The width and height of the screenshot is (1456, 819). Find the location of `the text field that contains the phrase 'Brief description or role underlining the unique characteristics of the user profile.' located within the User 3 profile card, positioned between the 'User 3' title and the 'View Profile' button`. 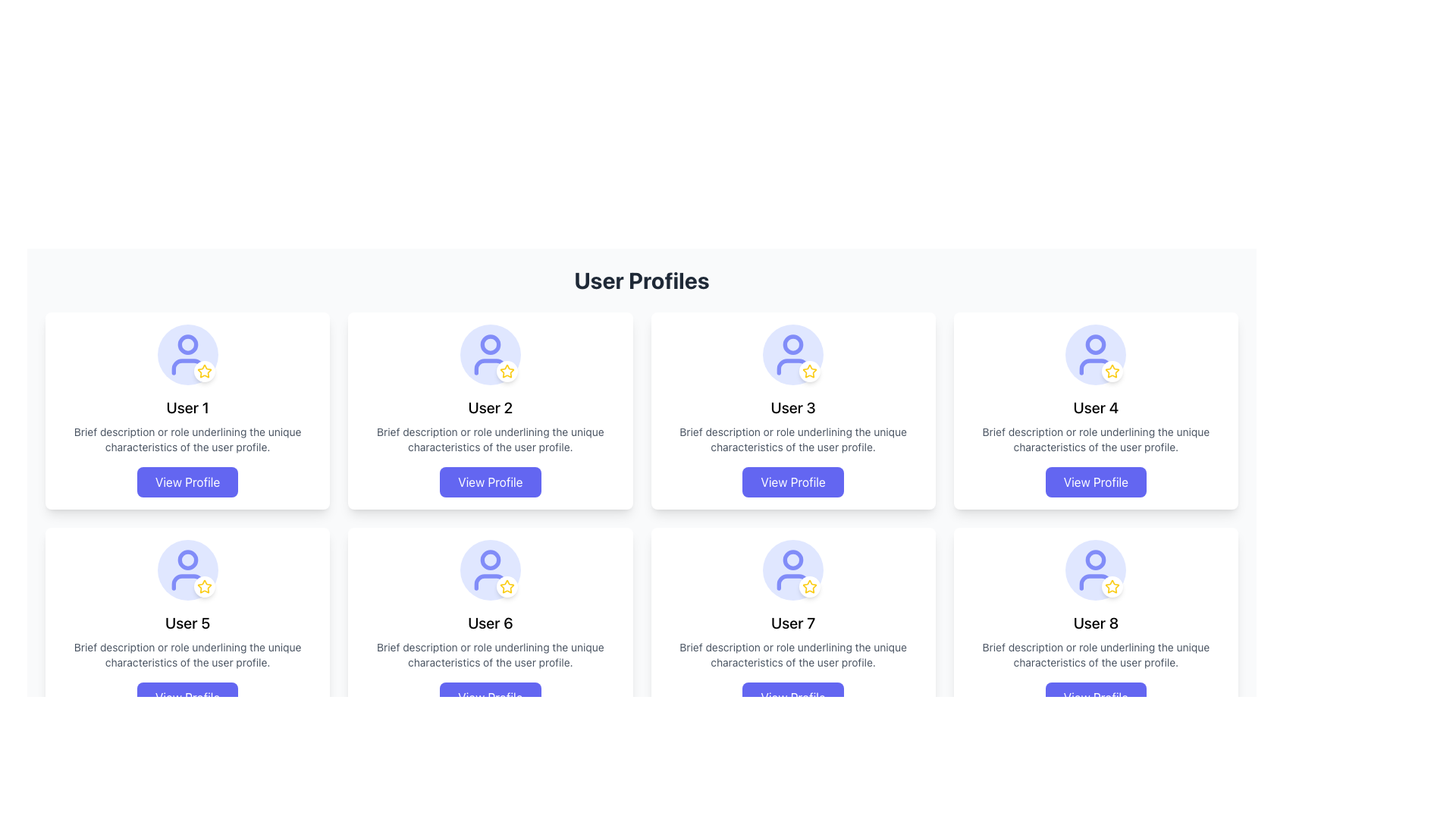

the text field that contains the phrase 'Brief description or role underlining the unique characteristics of the user profile.' located within the User 3 profile card, positioned between the 'User 3' title and the 'View Profile' button is located at coordinates (792, 439).